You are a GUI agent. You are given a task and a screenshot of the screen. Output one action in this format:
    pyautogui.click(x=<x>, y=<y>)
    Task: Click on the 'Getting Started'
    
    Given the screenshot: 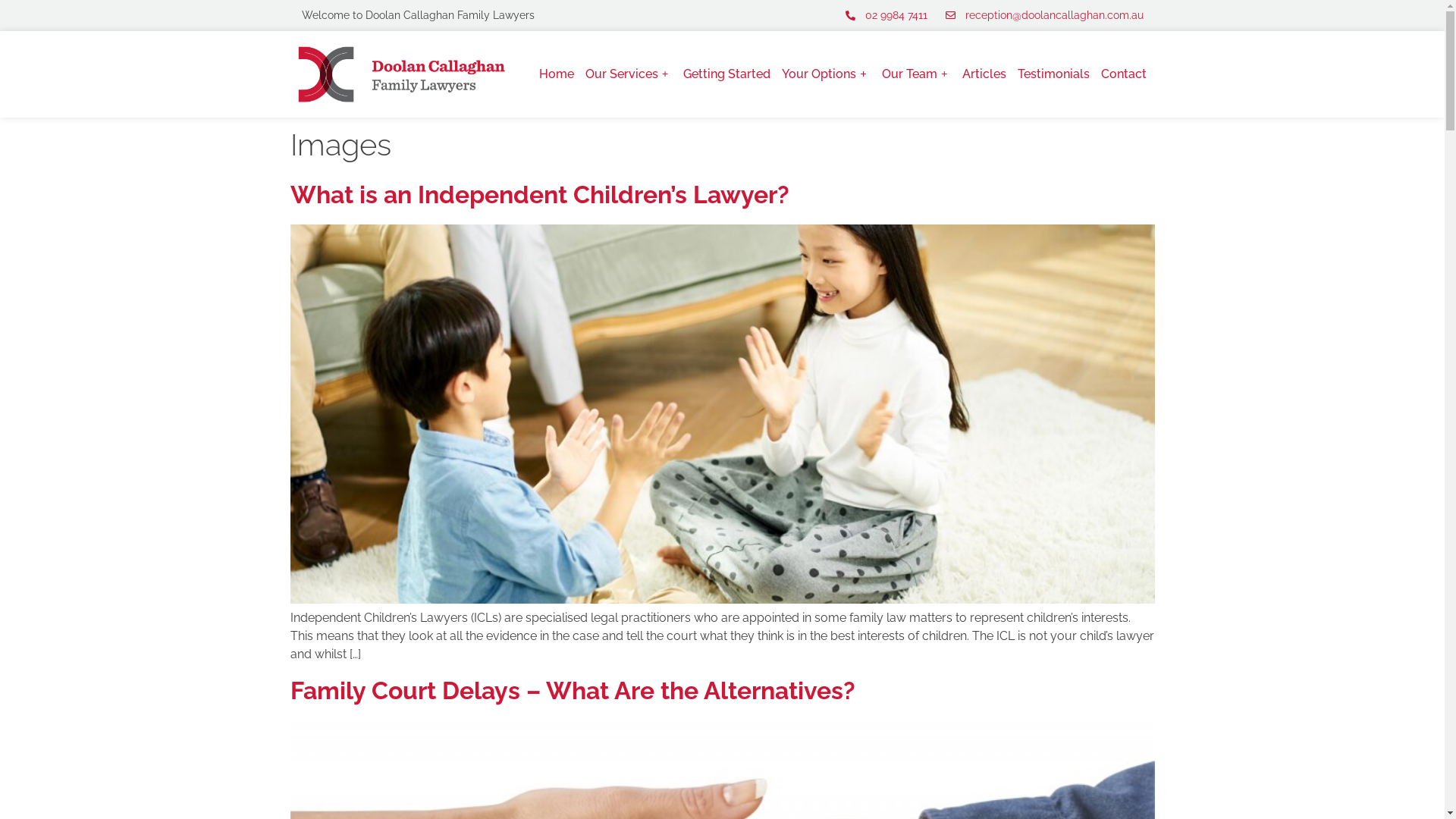 What is the action you would take?
    pyautogui.click(x=726, y=74)
    